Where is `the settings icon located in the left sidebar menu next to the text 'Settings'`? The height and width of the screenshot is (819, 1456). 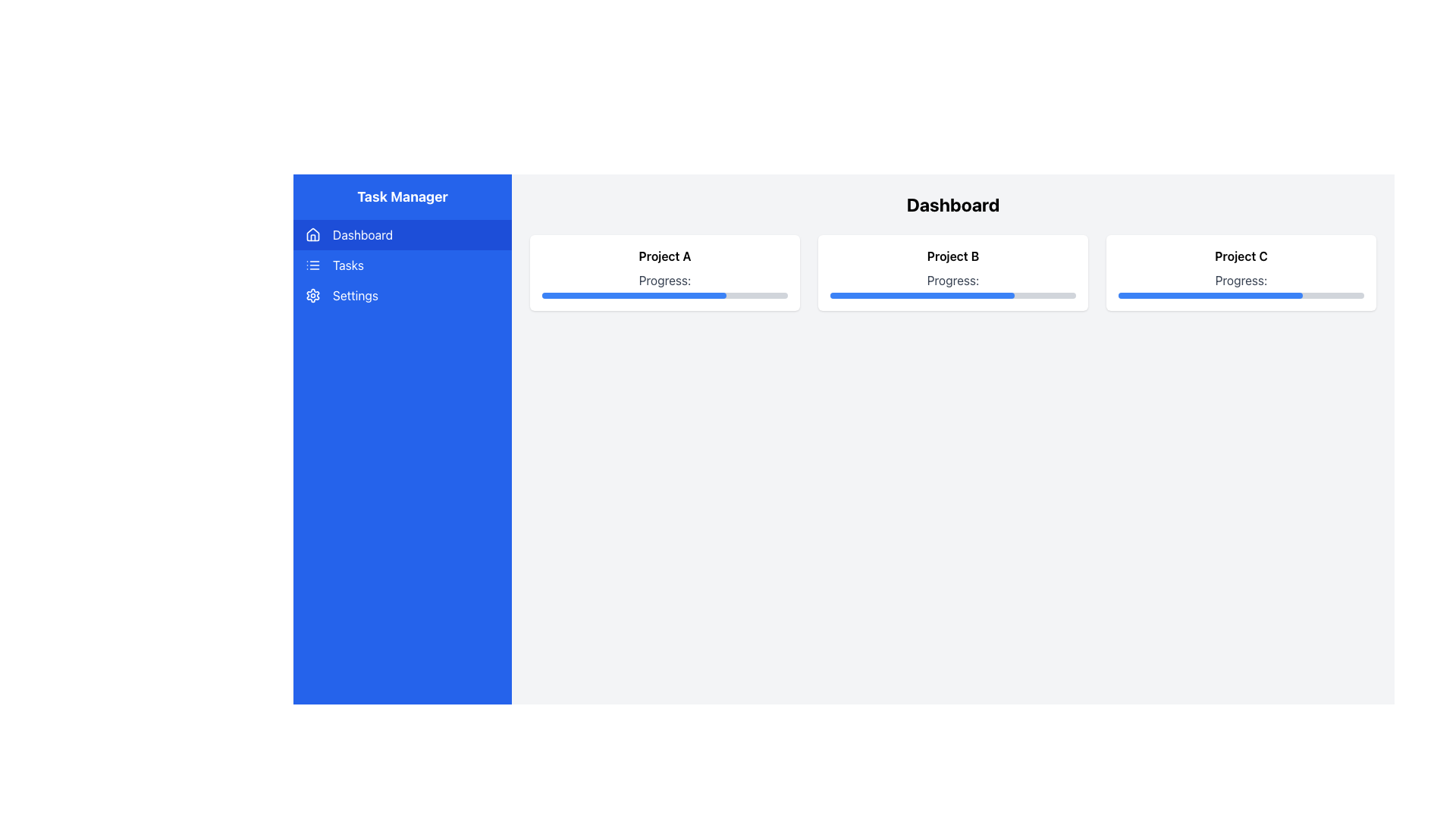
the settings icon located in the left sidebar menu next to the text 'Settings' is located at coordinates (312, 295).